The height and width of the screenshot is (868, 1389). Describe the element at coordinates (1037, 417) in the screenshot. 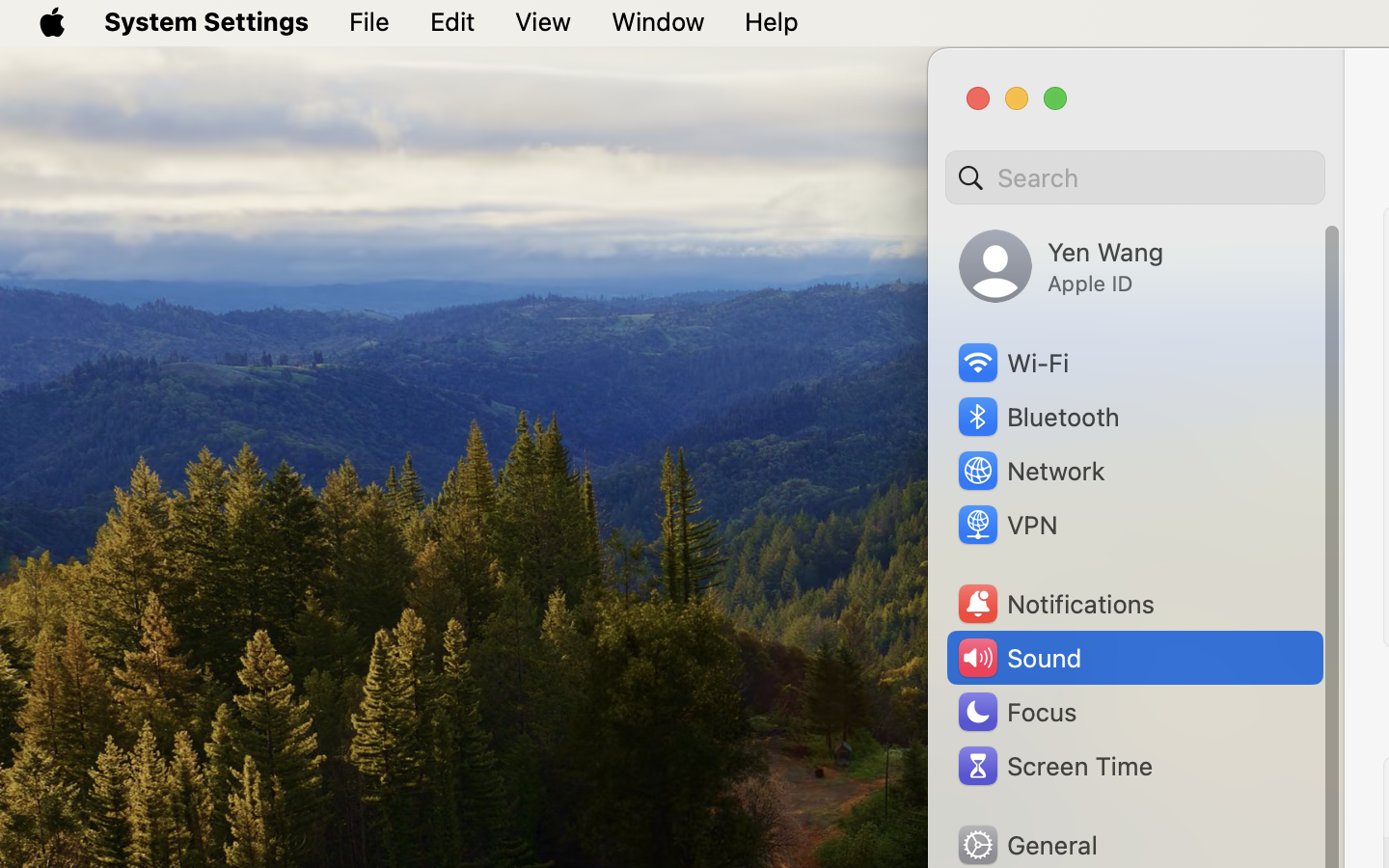

I see `'Bluetooth'` at that location.